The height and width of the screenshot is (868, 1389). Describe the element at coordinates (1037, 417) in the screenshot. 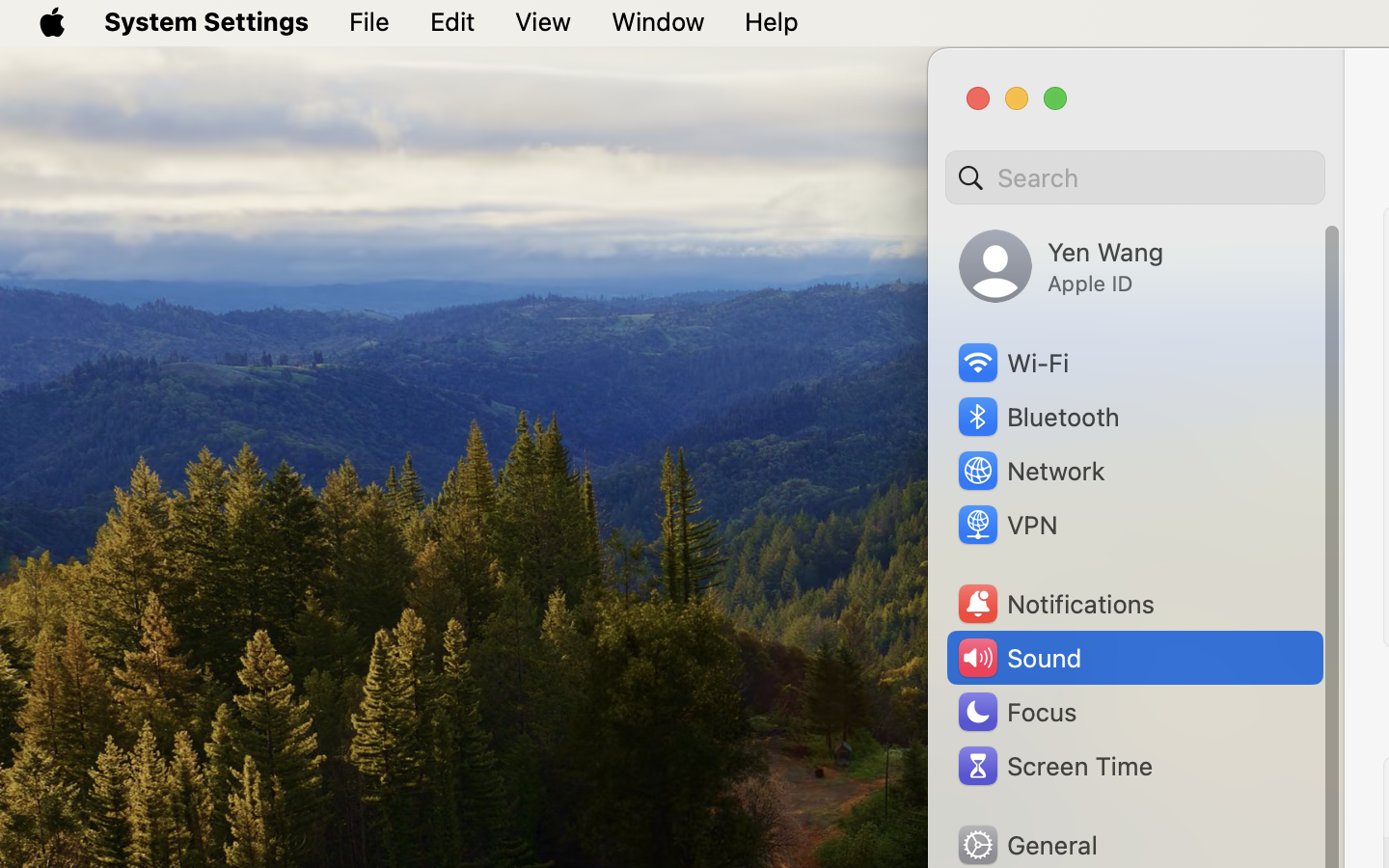

I see `'Bluetooth'` at that location.